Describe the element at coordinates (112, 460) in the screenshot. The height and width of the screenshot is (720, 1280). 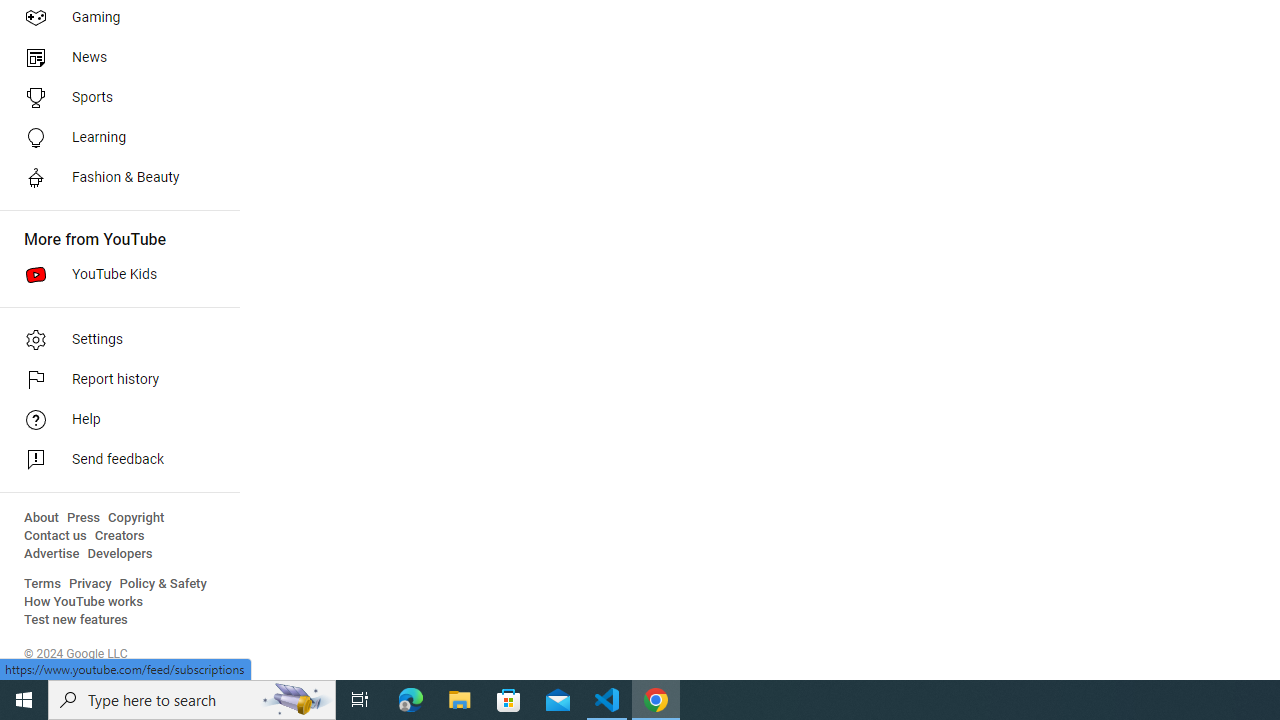
I see `'Send feedback'` at that location.